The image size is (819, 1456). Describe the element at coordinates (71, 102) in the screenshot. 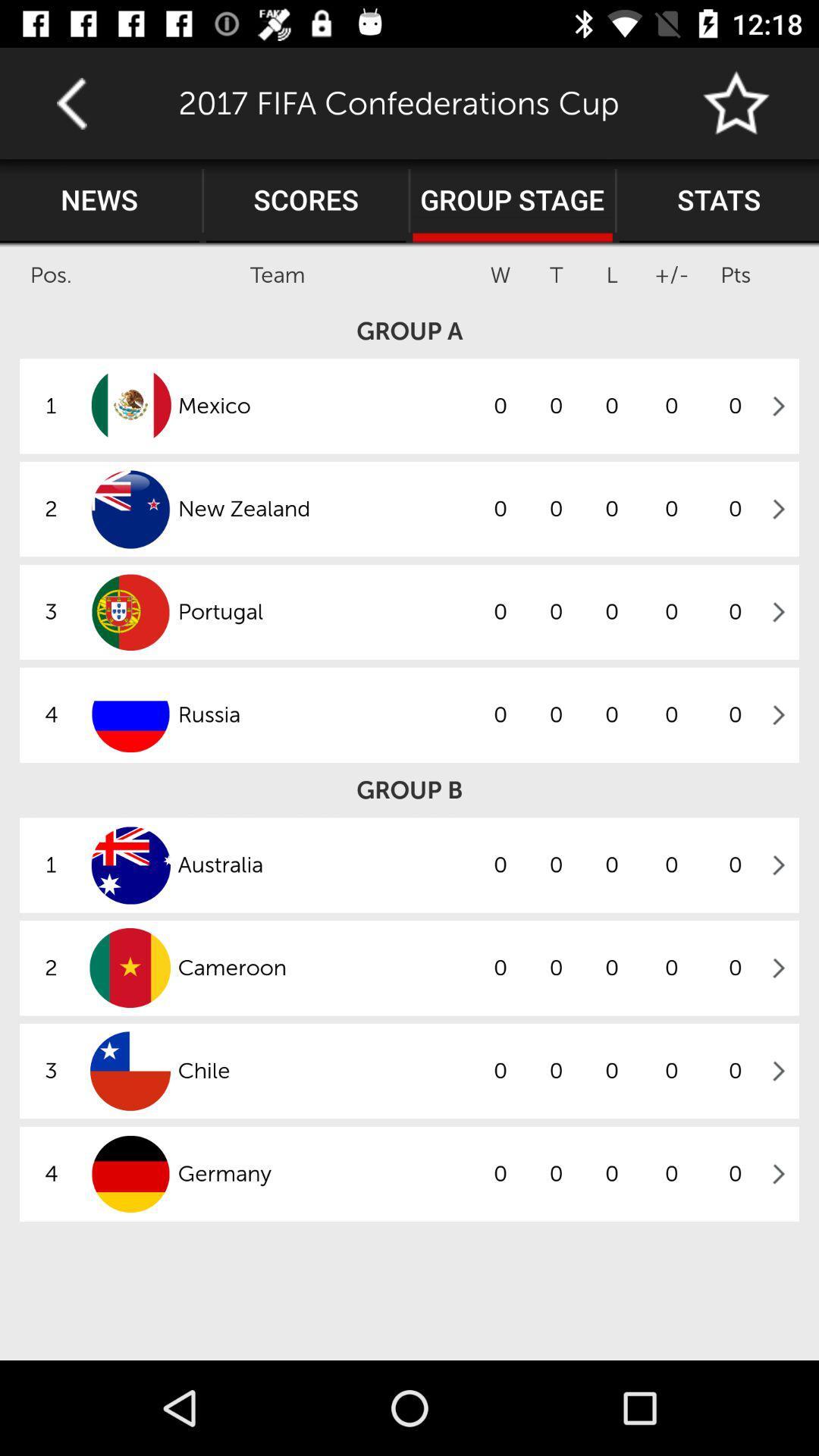

I see `go back` at that location.